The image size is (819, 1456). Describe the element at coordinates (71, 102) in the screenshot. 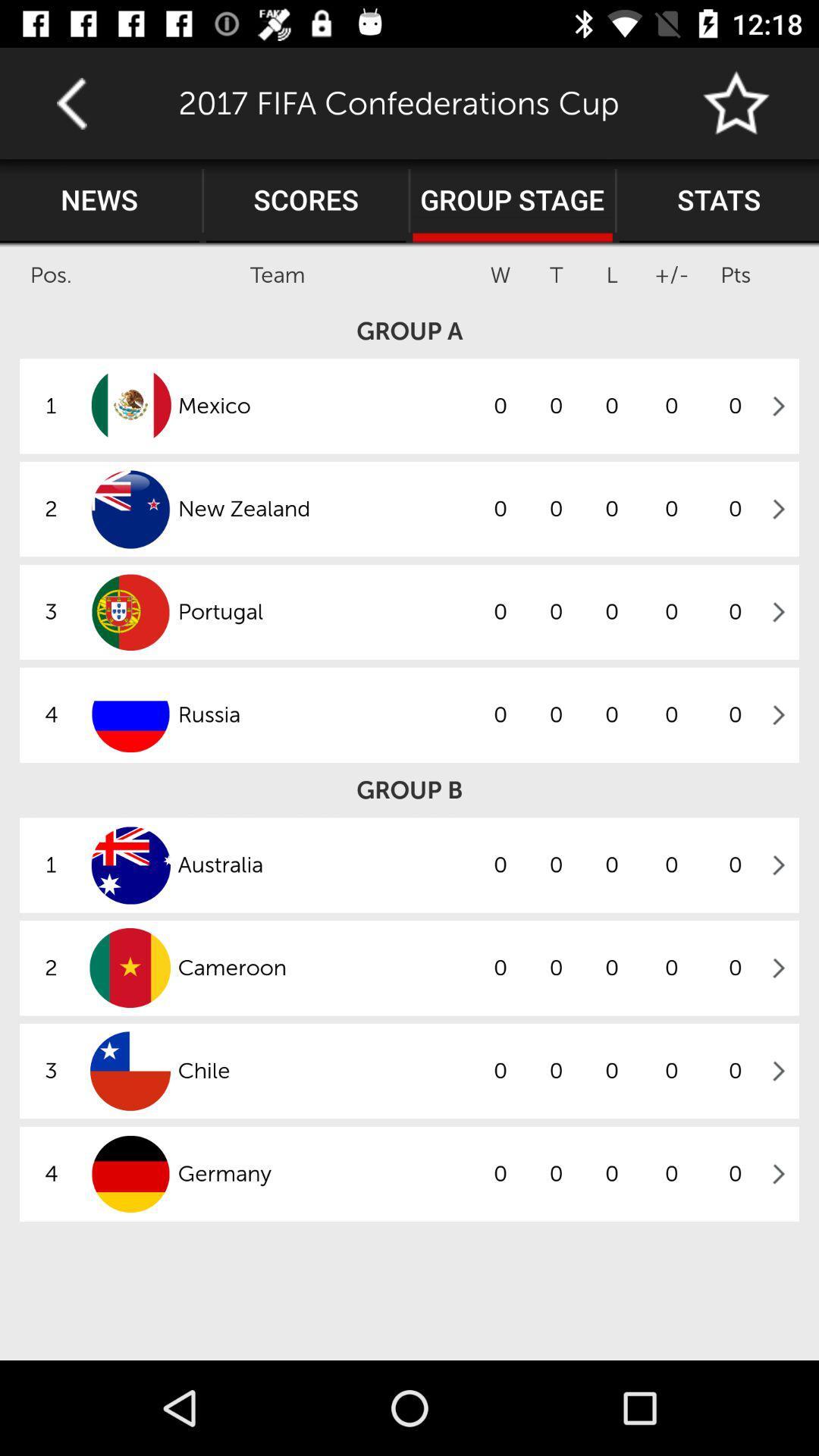

I see `go back` at that location.